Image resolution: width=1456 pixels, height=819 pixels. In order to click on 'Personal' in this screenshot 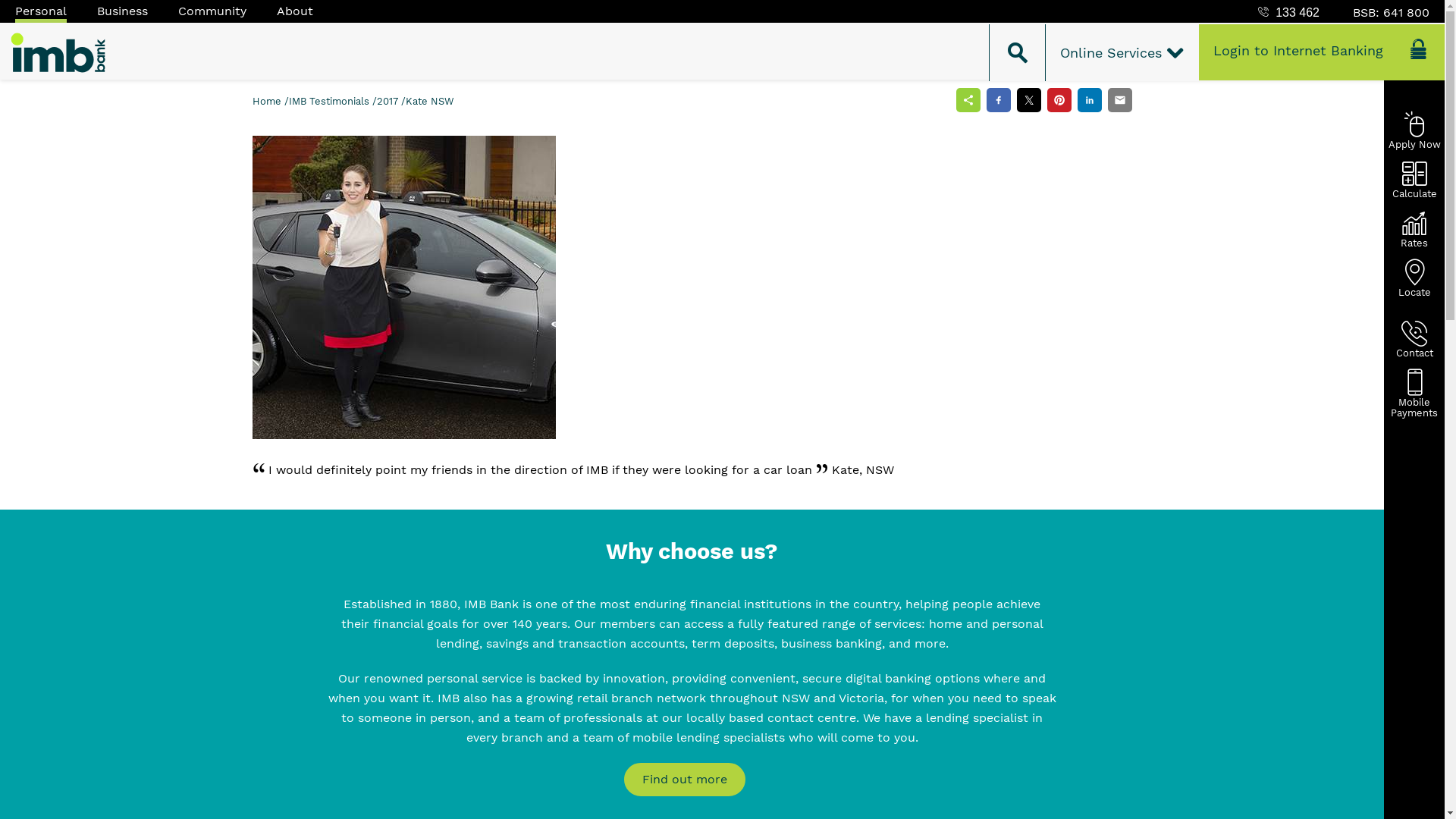, I will do `click(40, 11)`.